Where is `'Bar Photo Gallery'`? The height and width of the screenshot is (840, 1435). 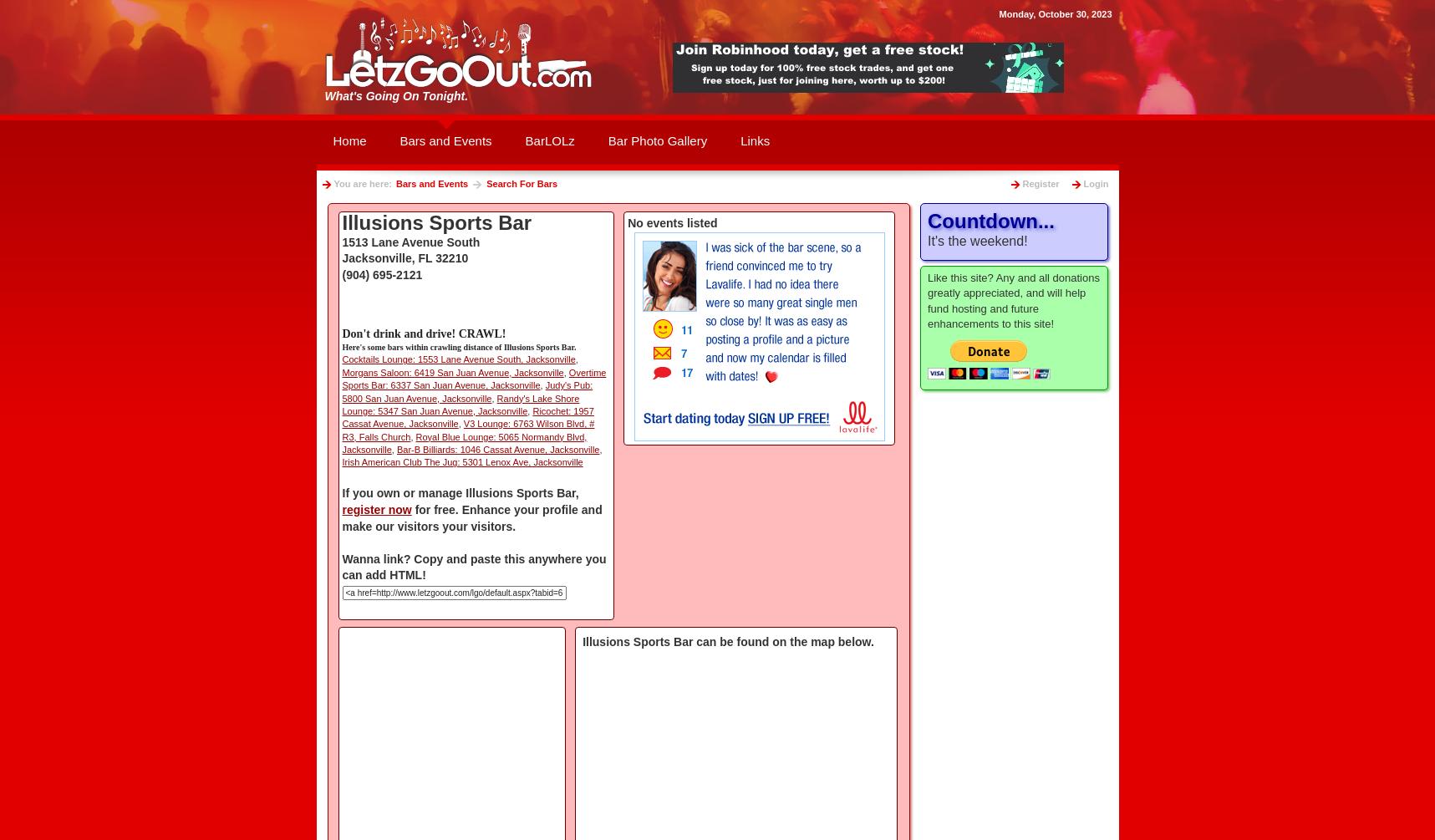 'Bar Photo Gallery' is located at coordinates (656, 140).